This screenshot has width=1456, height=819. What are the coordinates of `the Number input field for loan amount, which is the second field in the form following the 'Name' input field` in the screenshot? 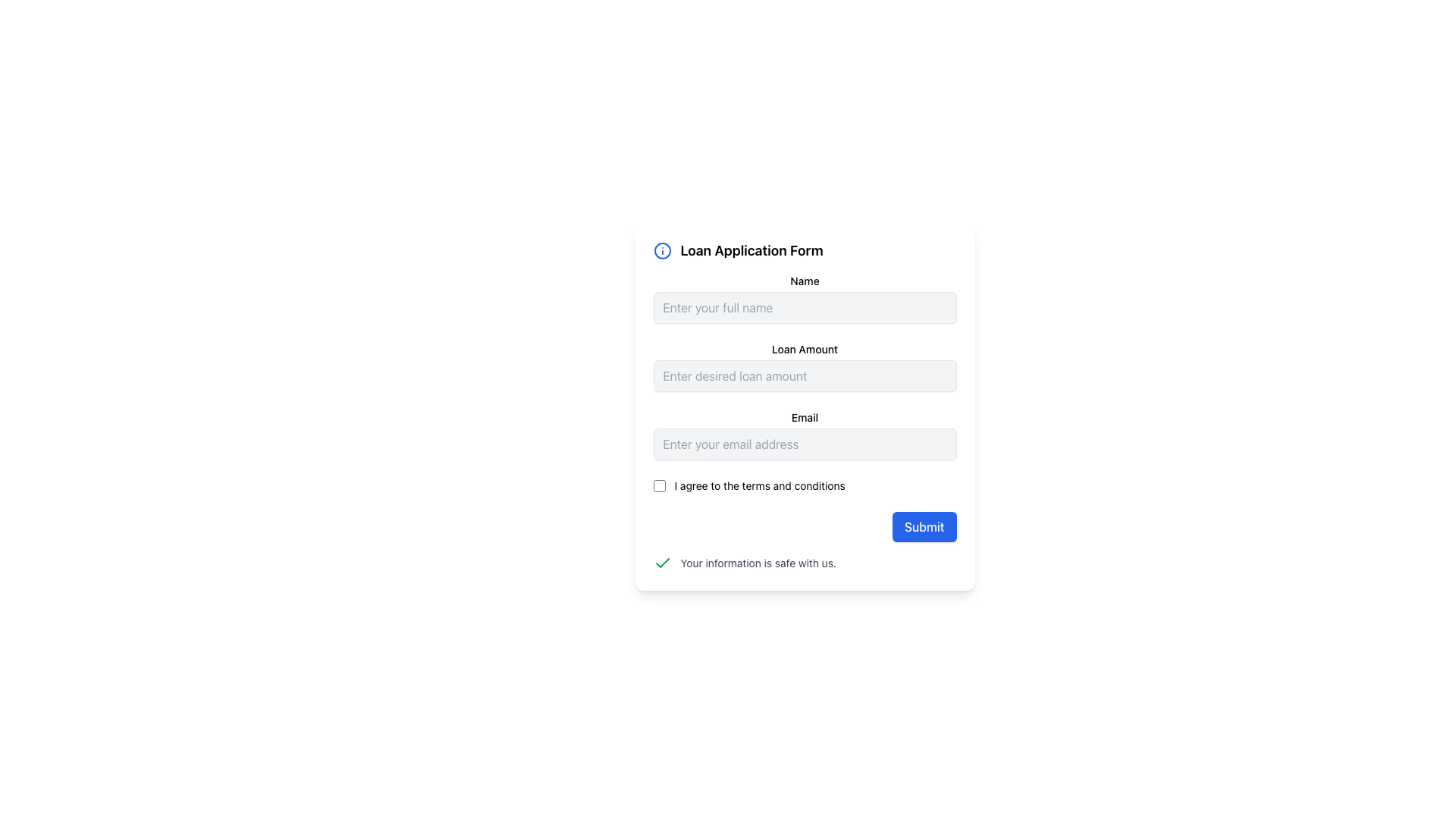 It's located at (804, 366).